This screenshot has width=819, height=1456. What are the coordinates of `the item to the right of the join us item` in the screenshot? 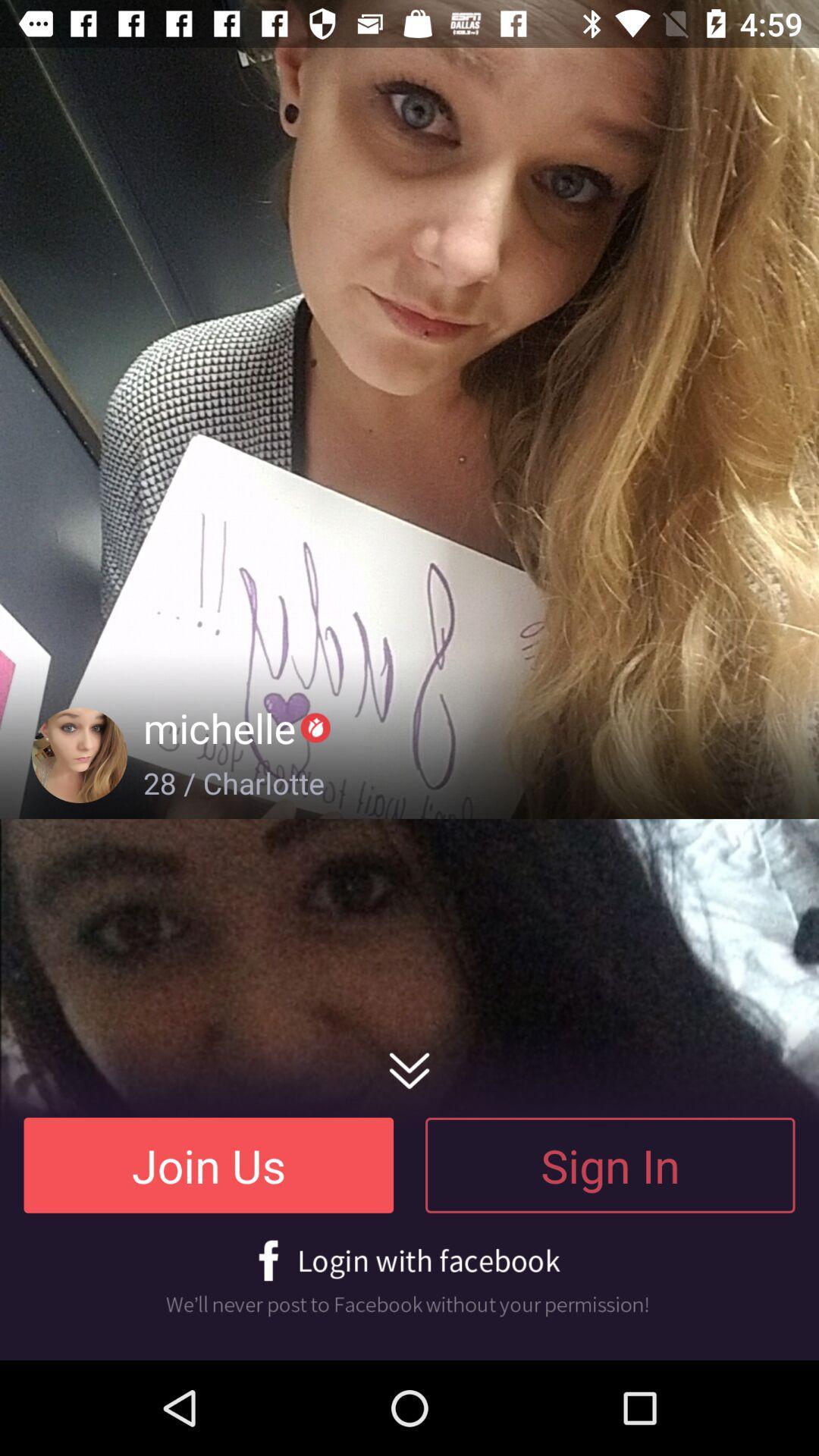 It's located at (609, 1164).